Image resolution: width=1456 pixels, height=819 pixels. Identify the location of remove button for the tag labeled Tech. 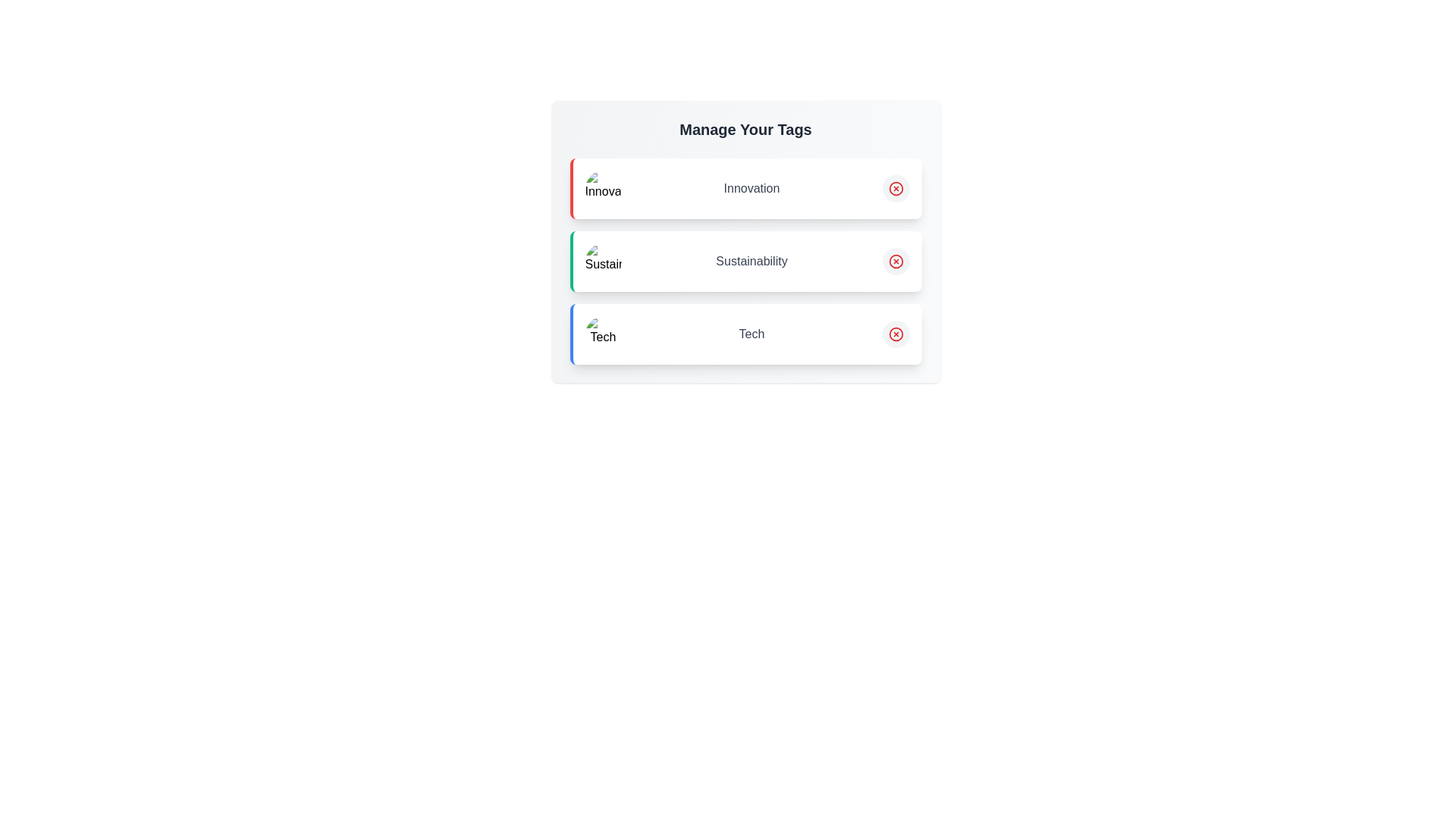
(896, 333).